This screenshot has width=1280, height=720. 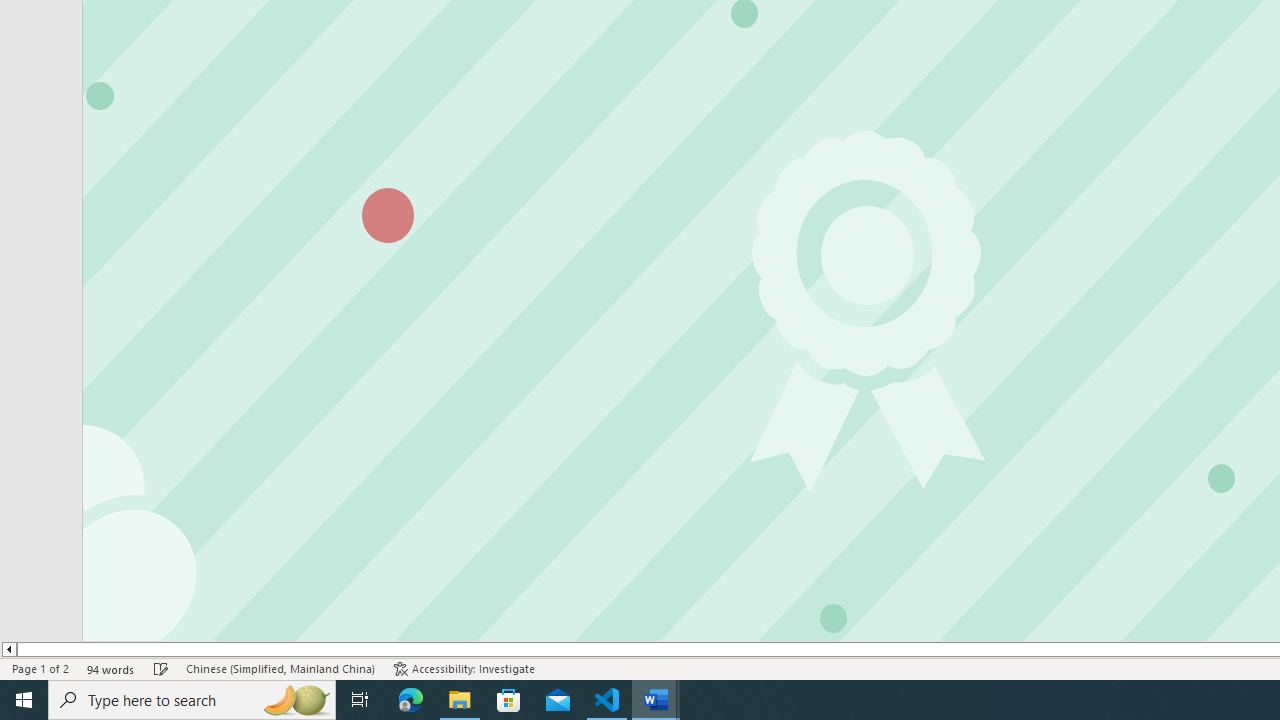 I want to click on 'Word Count 94 words', so click(x=110, y=669).